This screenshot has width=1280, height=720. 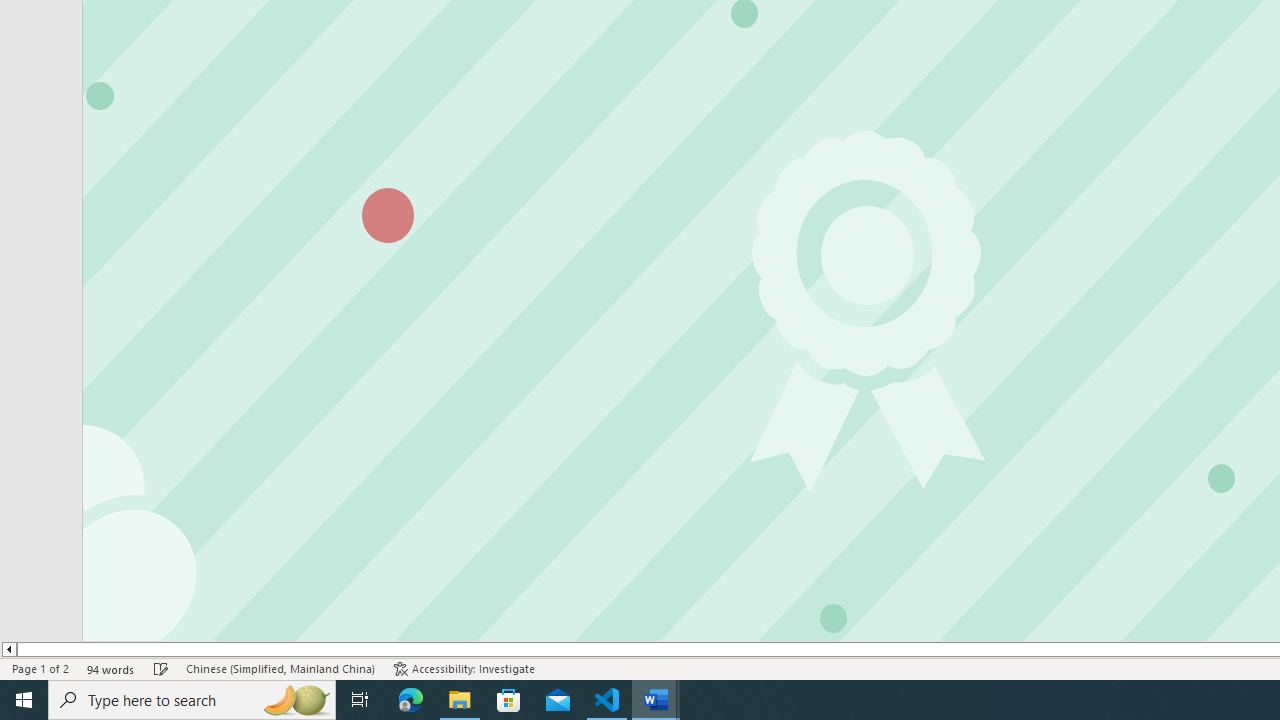 I want to click on 'Word Count 94 words', so click(x=110, y=669).